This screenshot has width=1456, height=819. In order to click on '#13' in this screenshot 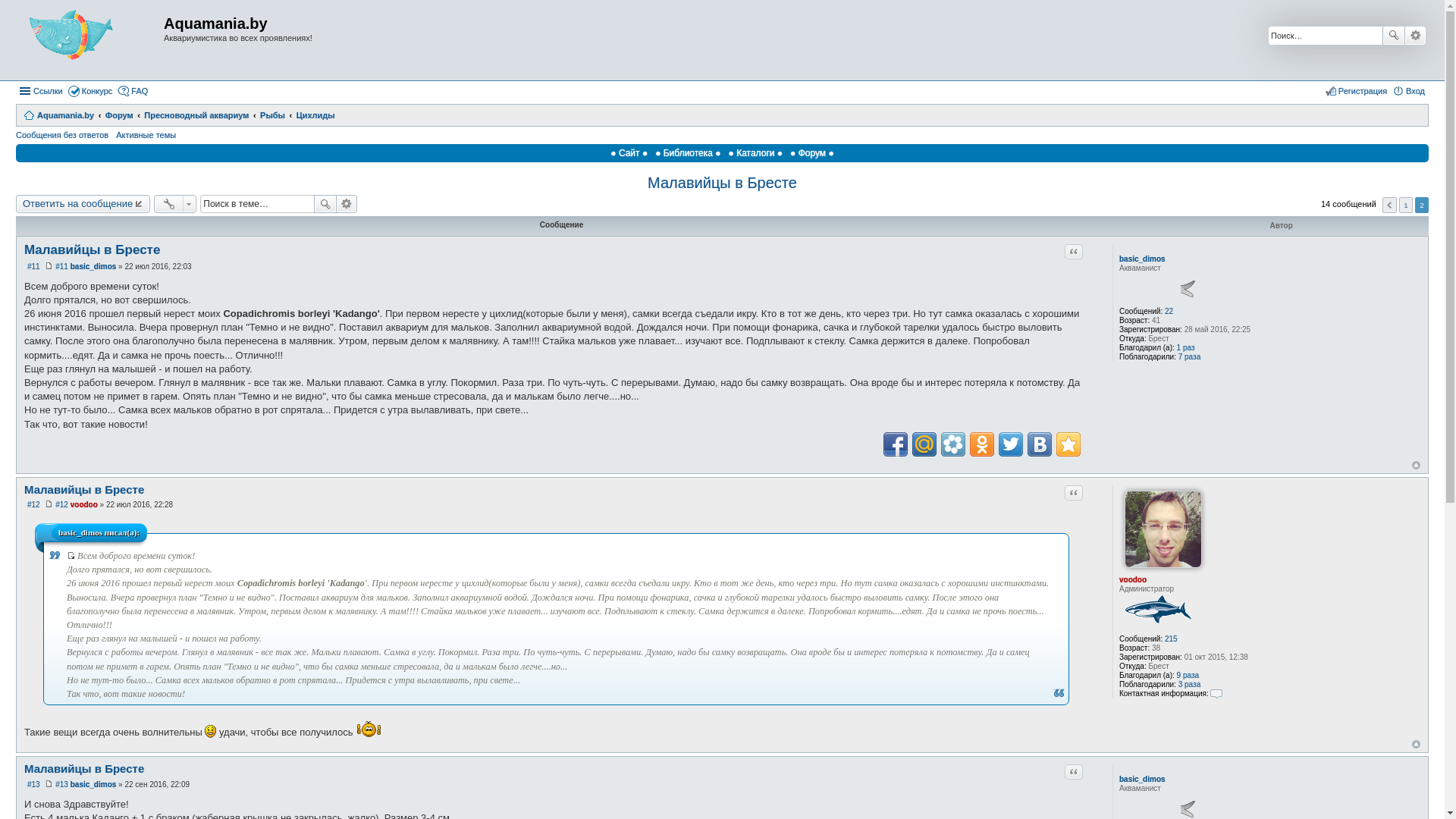, I will do `click(33, 784)`.